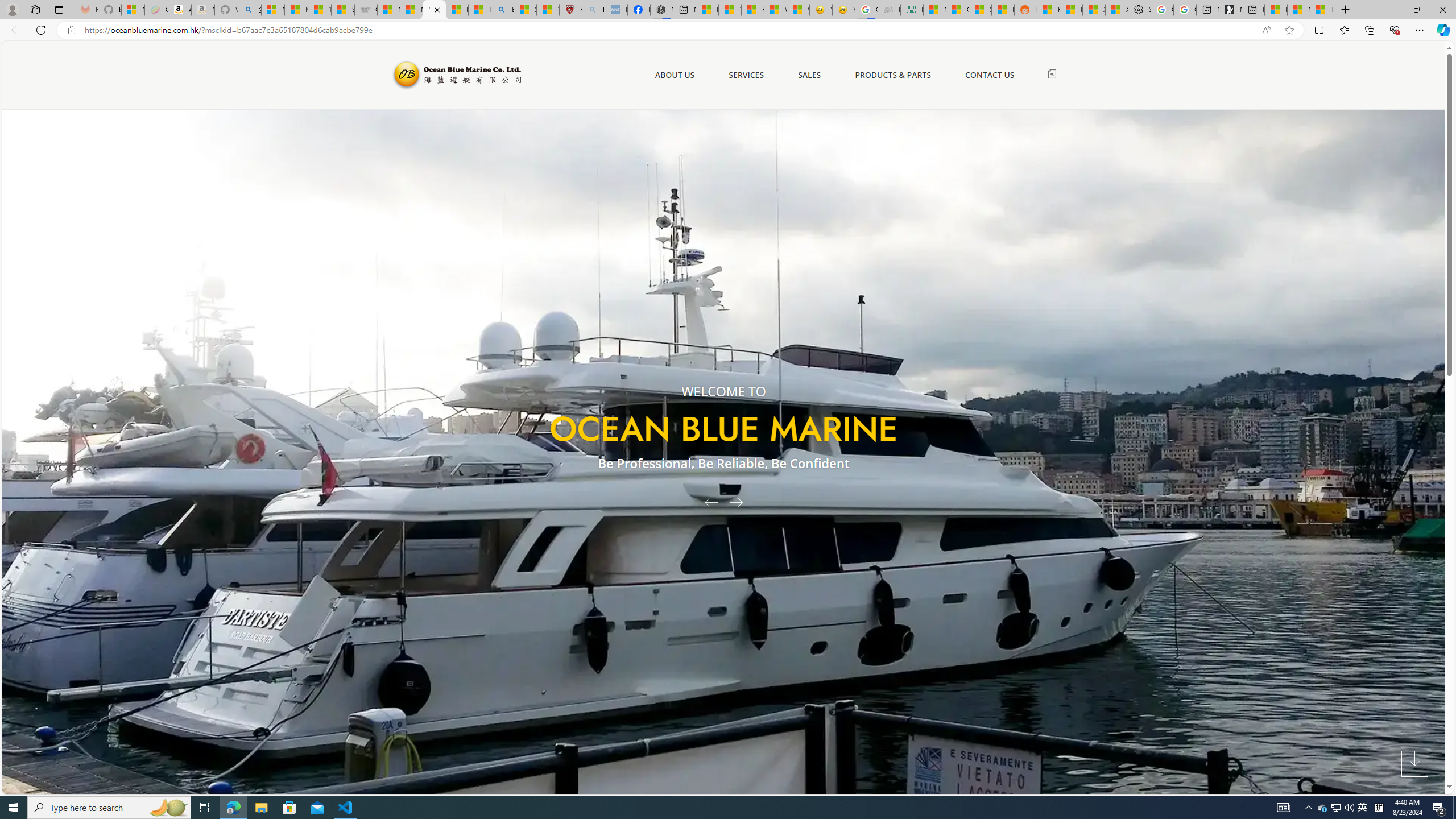 This screenshot has width=1456, height=819. I want to click on 'Bing', so click(502, 9).